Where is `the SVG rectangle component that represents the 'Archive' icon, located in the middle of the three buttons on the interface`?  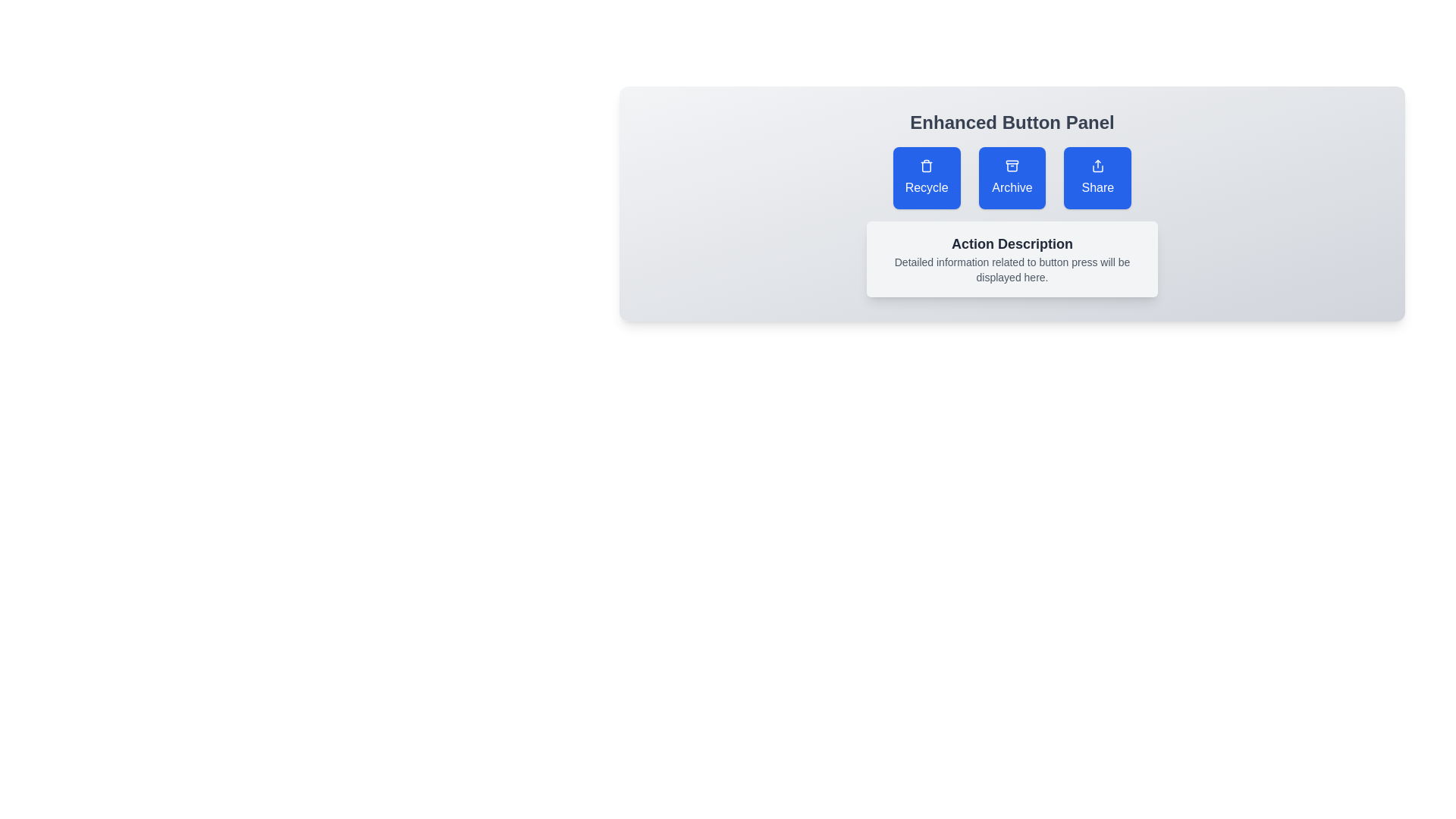 the SVG rectangle component that represents the 'Archive' icon, located in the middle of the three buttons on the interface is located at coordinates (1012, 162).